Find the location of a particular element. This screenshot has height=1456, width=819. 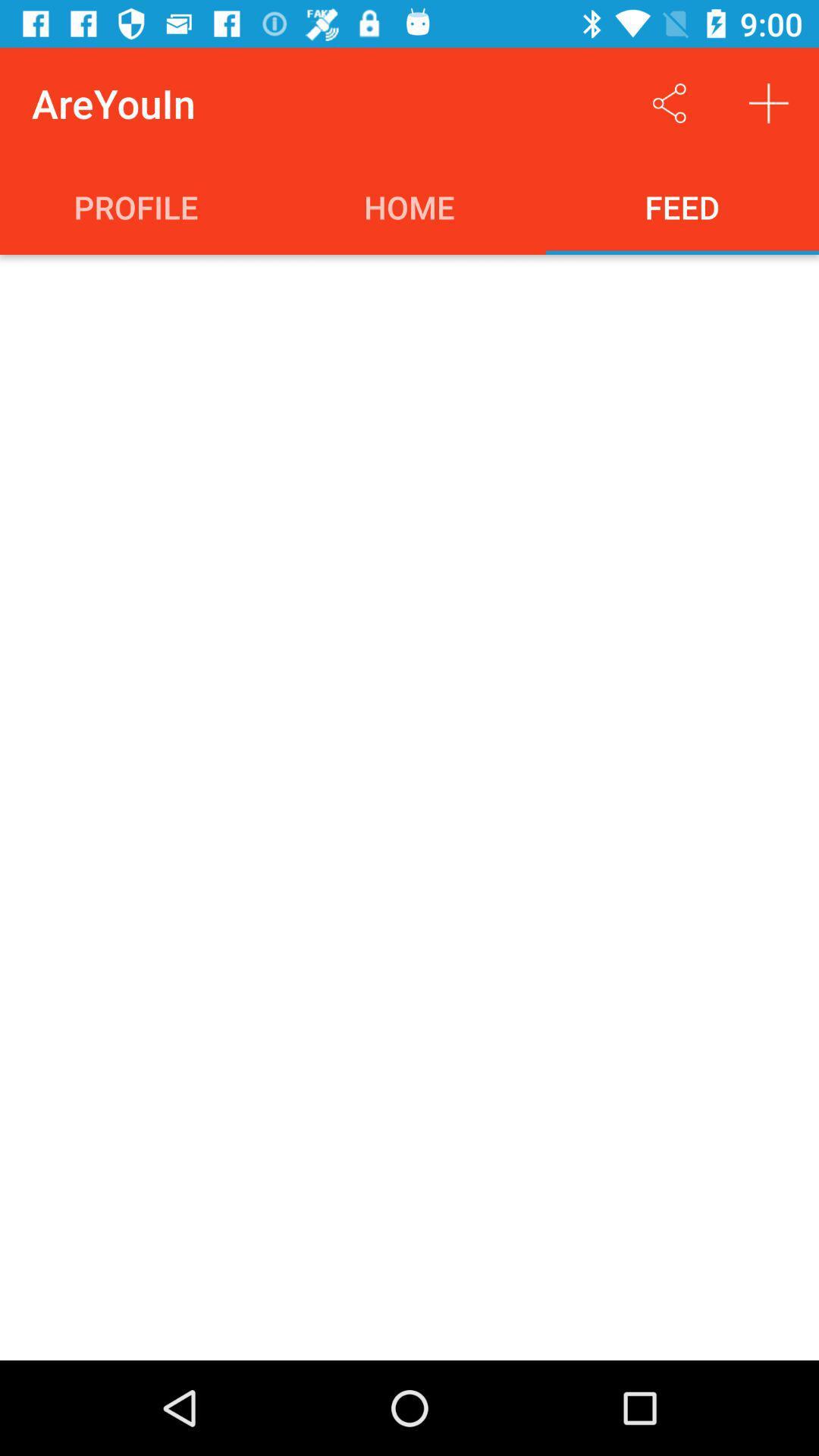

icon to the right of the areyouin icon is located at coordinates (669, 102).